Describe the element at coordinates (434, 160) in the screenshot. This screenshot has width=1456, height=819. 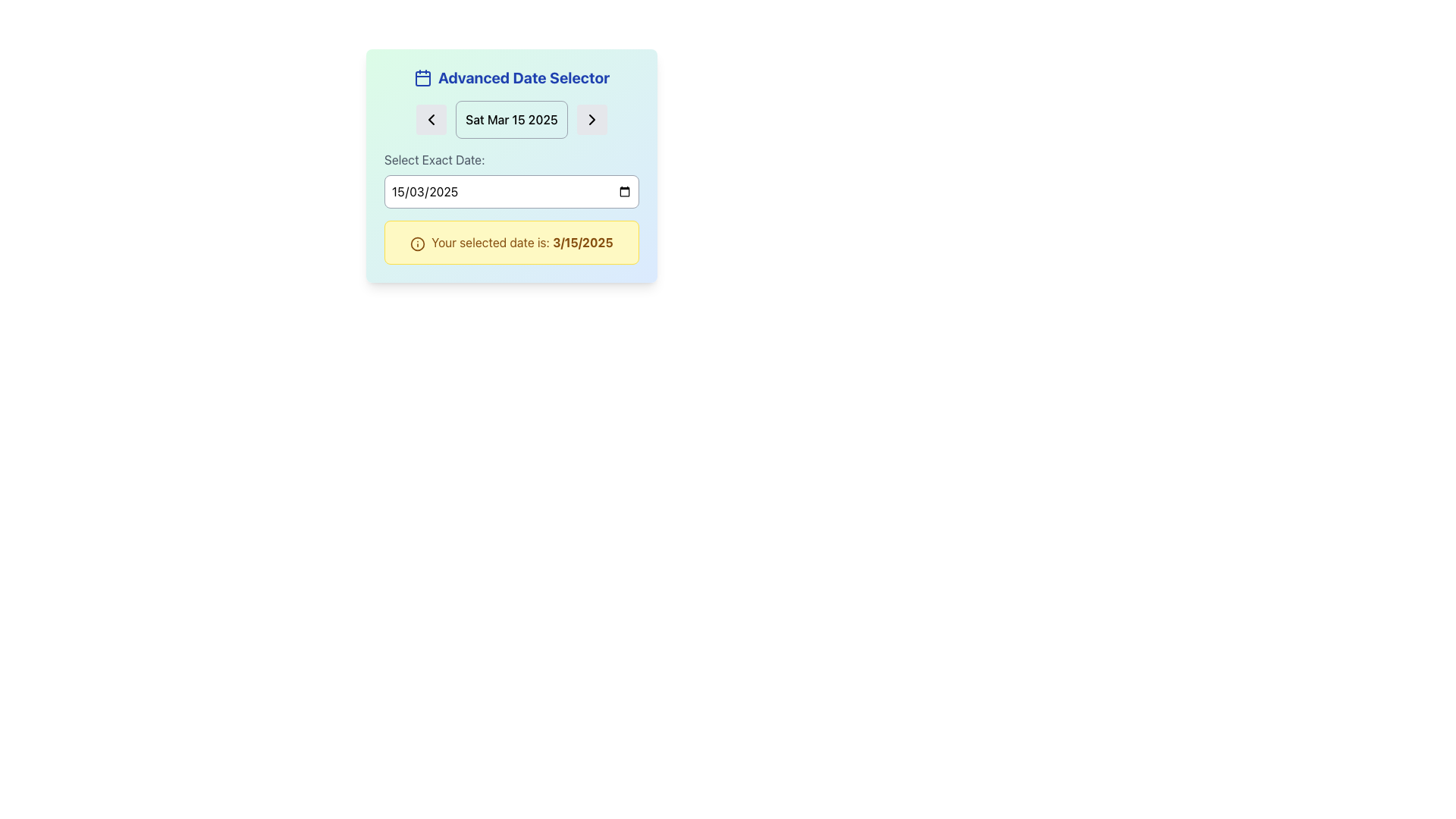
I see `the label that prompts the user to select a specific date, which is positioned above the date input field in the top-left of the form section` at that location.